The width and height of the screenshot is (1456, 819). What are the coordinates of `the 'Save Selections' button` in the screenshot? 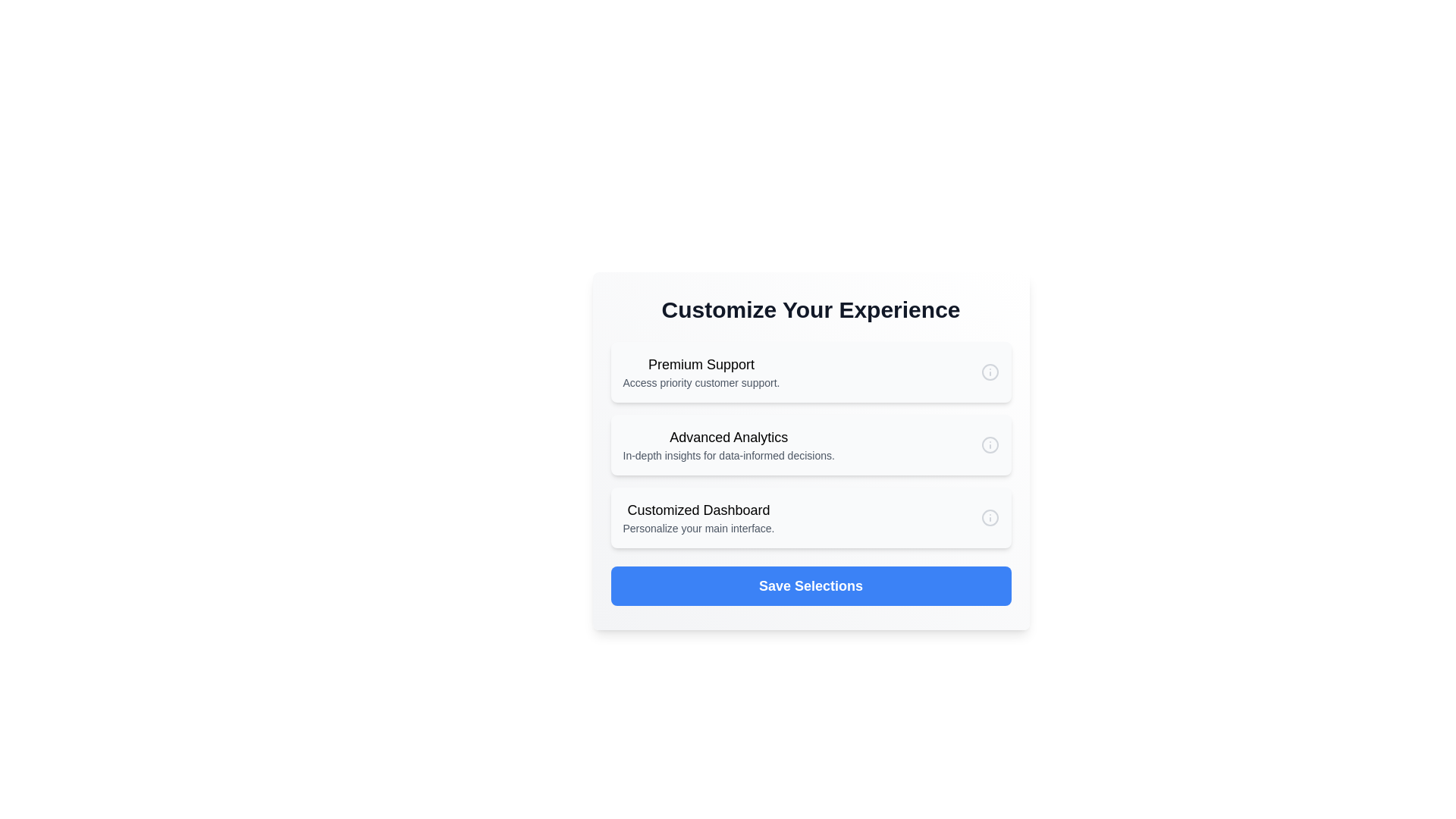 It's located at (810, 585).